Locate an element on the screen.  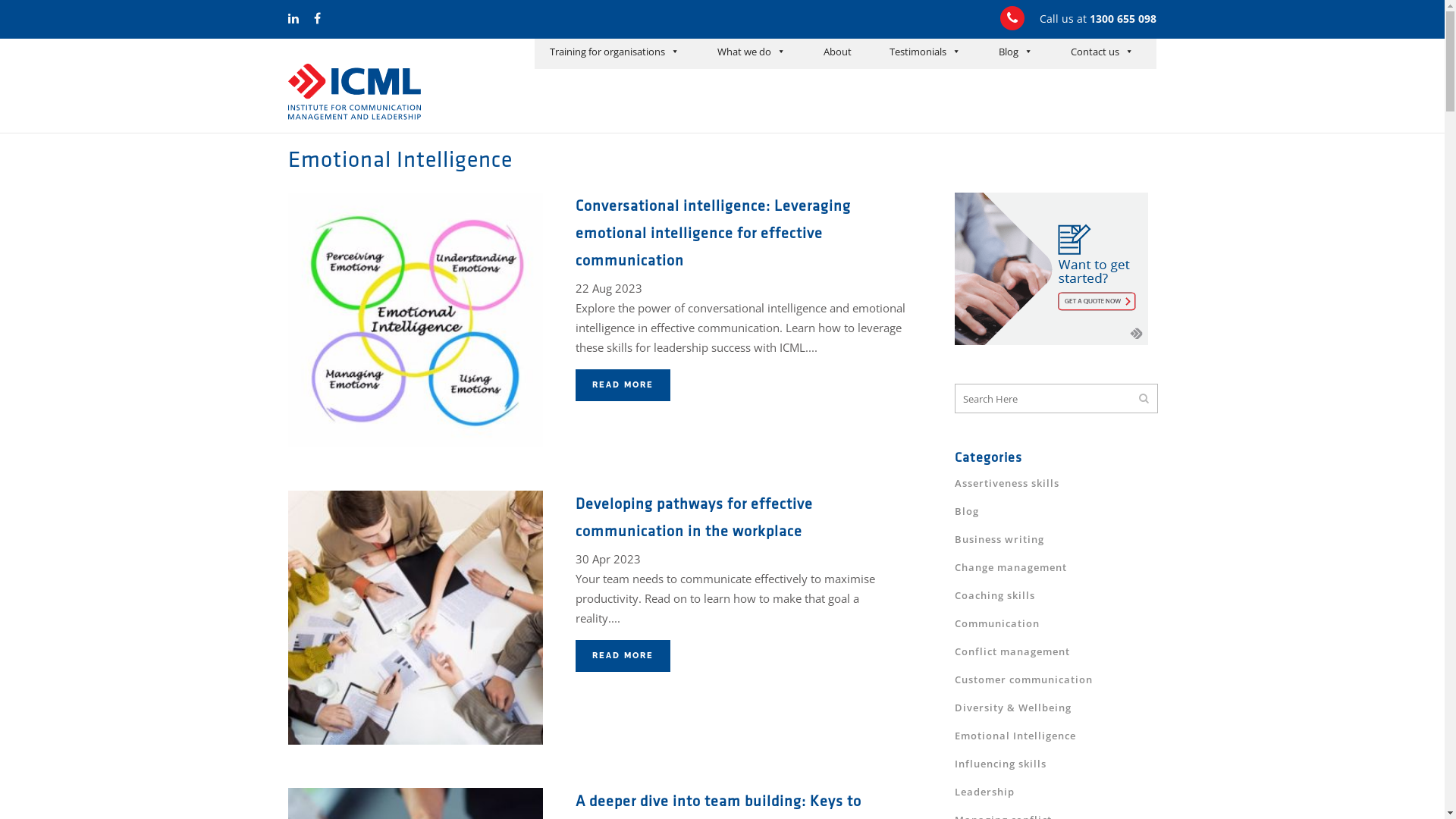
'Coaching skills' is located at coordinates (994, 595).